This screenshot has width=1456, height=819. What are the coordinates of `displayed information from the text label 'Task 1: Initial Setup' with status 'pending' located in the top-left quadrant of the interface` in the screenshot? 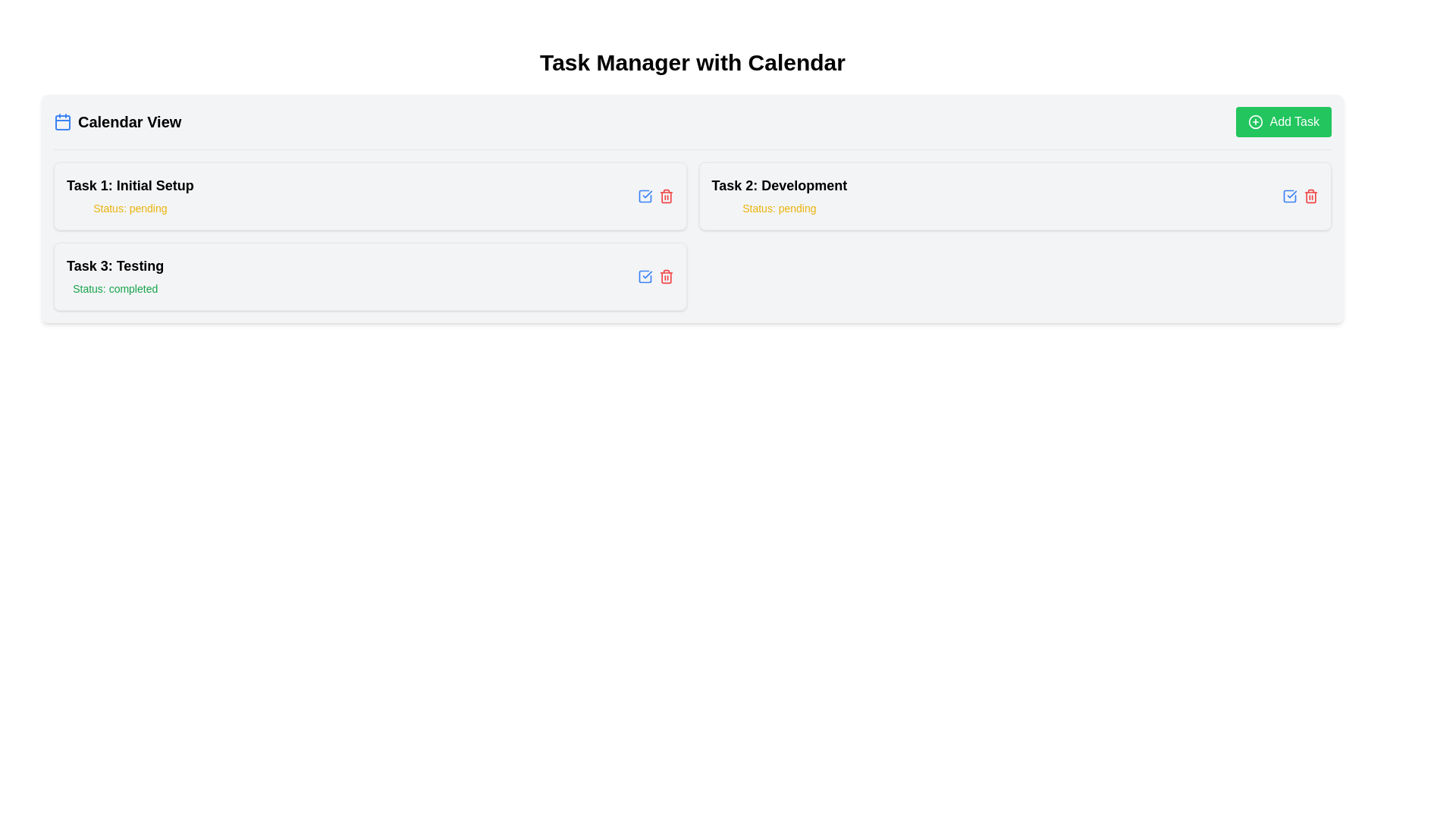 It's located at (130, 195).